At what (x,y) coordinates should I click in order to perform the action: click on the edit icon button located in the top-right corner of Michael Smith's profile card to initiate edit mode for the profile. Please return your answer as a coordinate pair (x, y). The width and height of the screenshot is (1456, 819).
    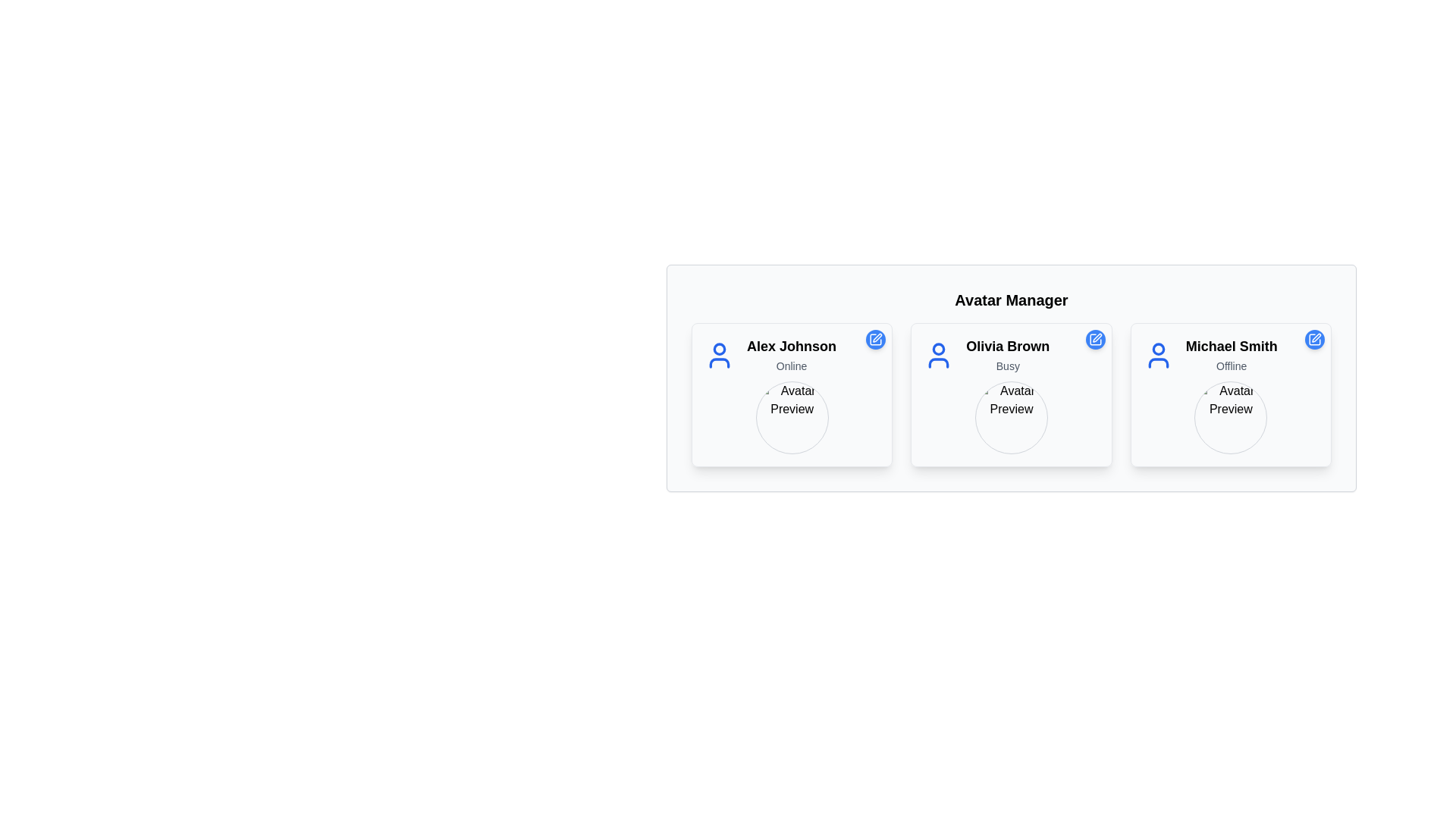
    Looking at the image, I should click on (1313, 338).